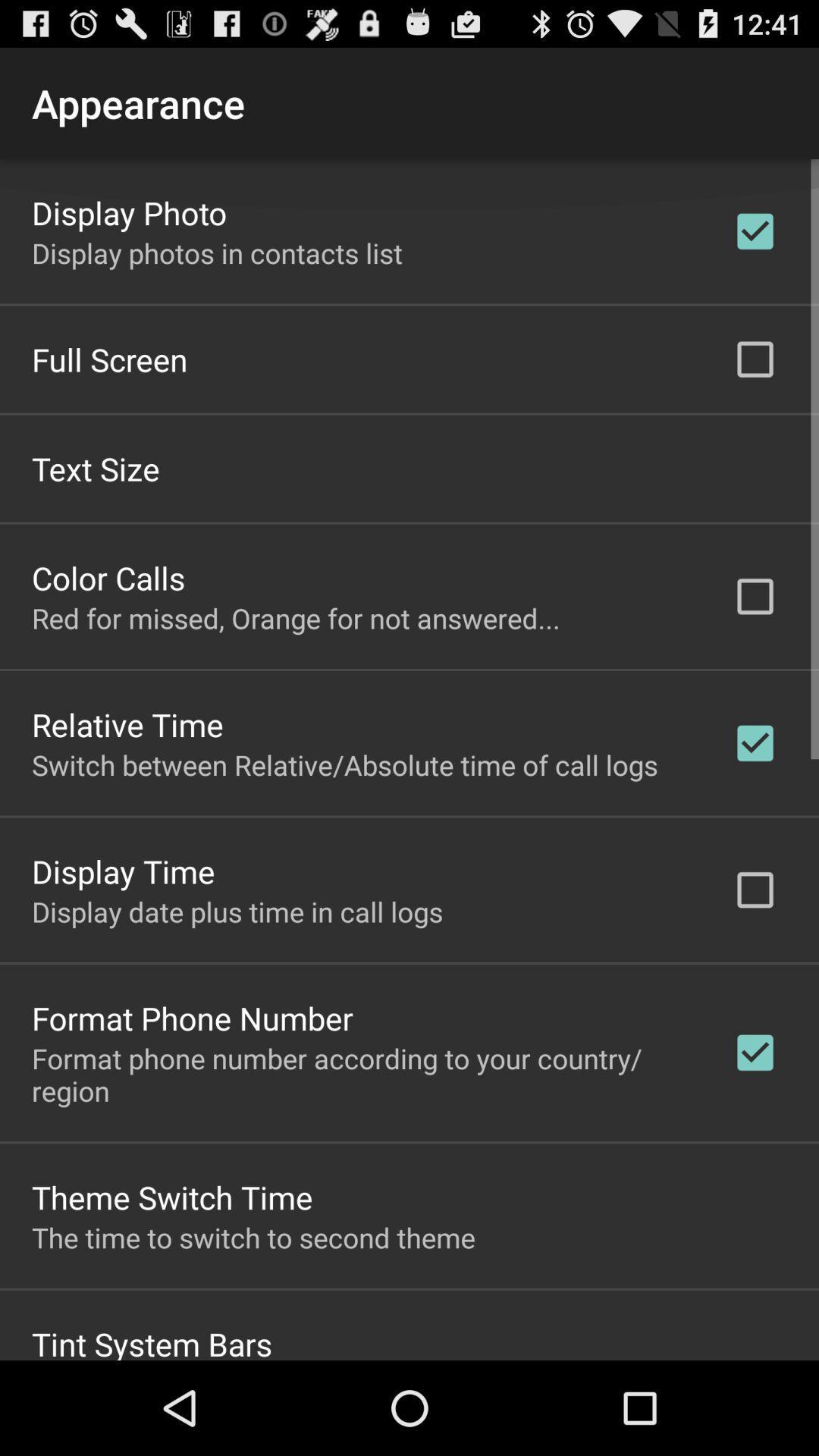 This screenshot has width=819, height=1456. Describe the element at coordinates (108, 576) in the screenshot. I see `the color calls item` at that location.